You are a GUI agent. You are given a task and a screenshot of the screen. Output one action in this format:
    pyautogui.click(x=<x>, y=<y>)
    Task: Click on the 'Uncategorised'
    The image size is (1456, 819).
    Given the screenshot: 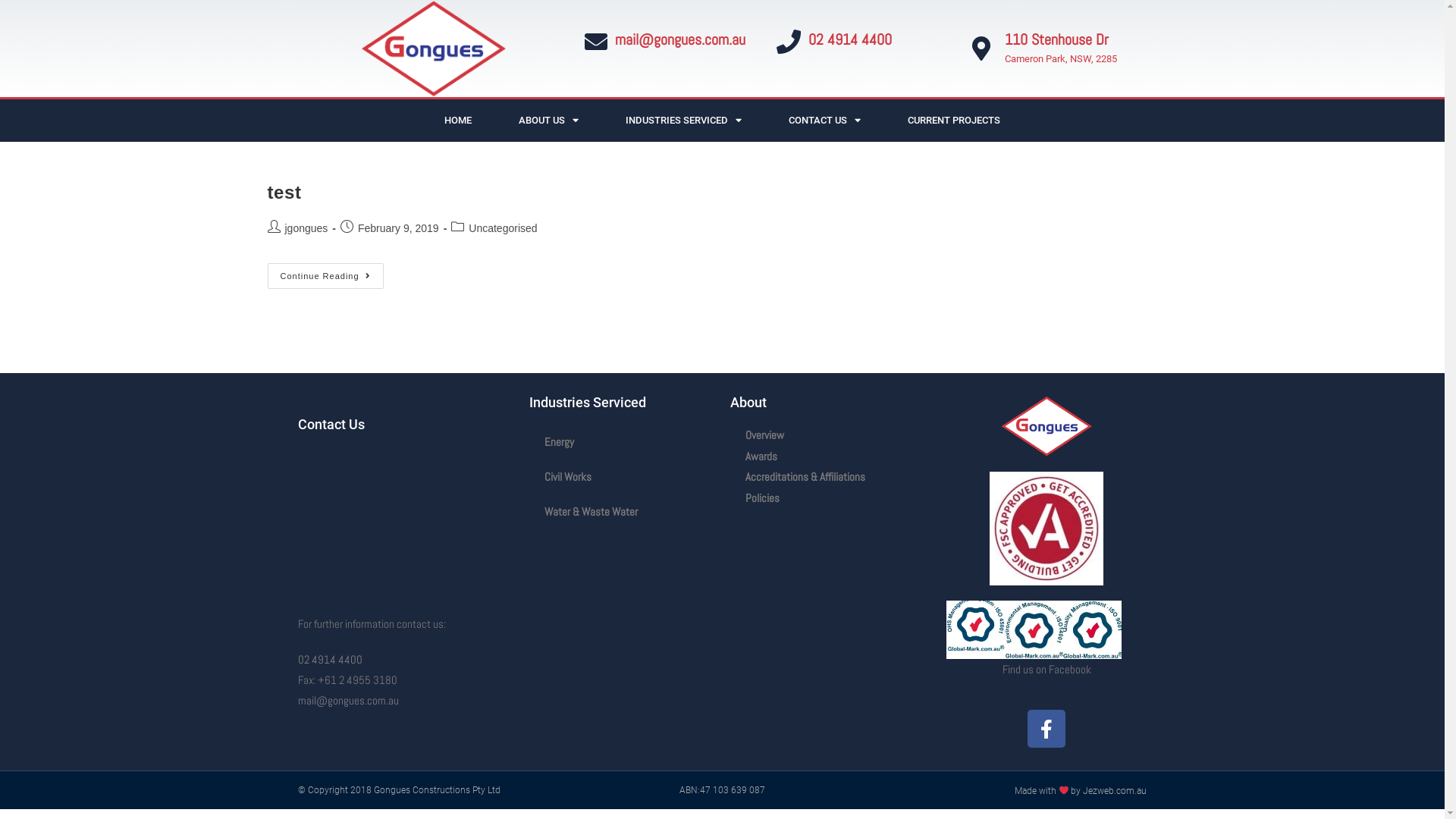 What is the action you would take?
    pyautogui.click(x=502, y=227)
    